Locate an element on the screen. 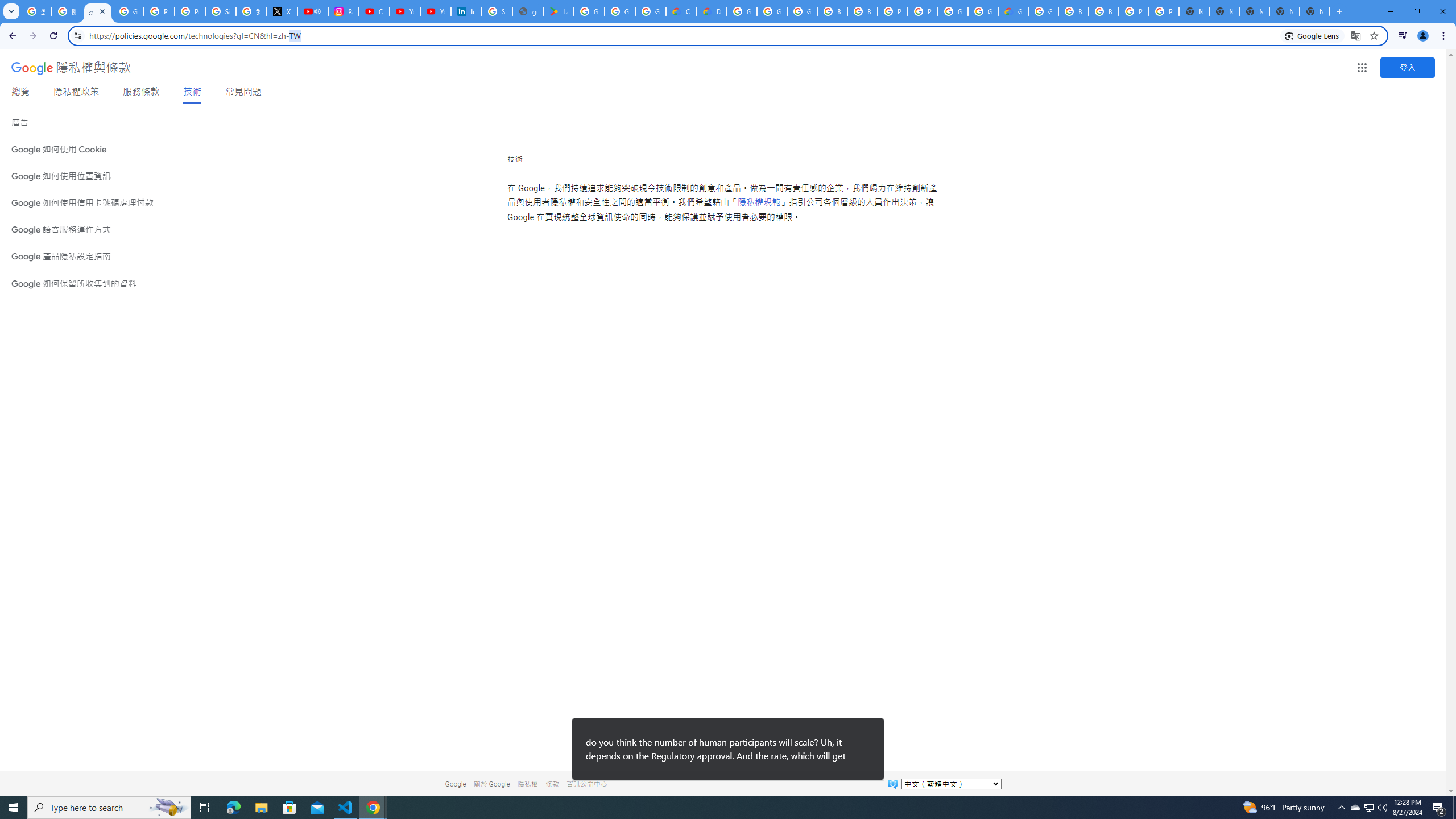  'Last Shelter: Survival - Apps on Google Play' is located at coordinates (559, 11).